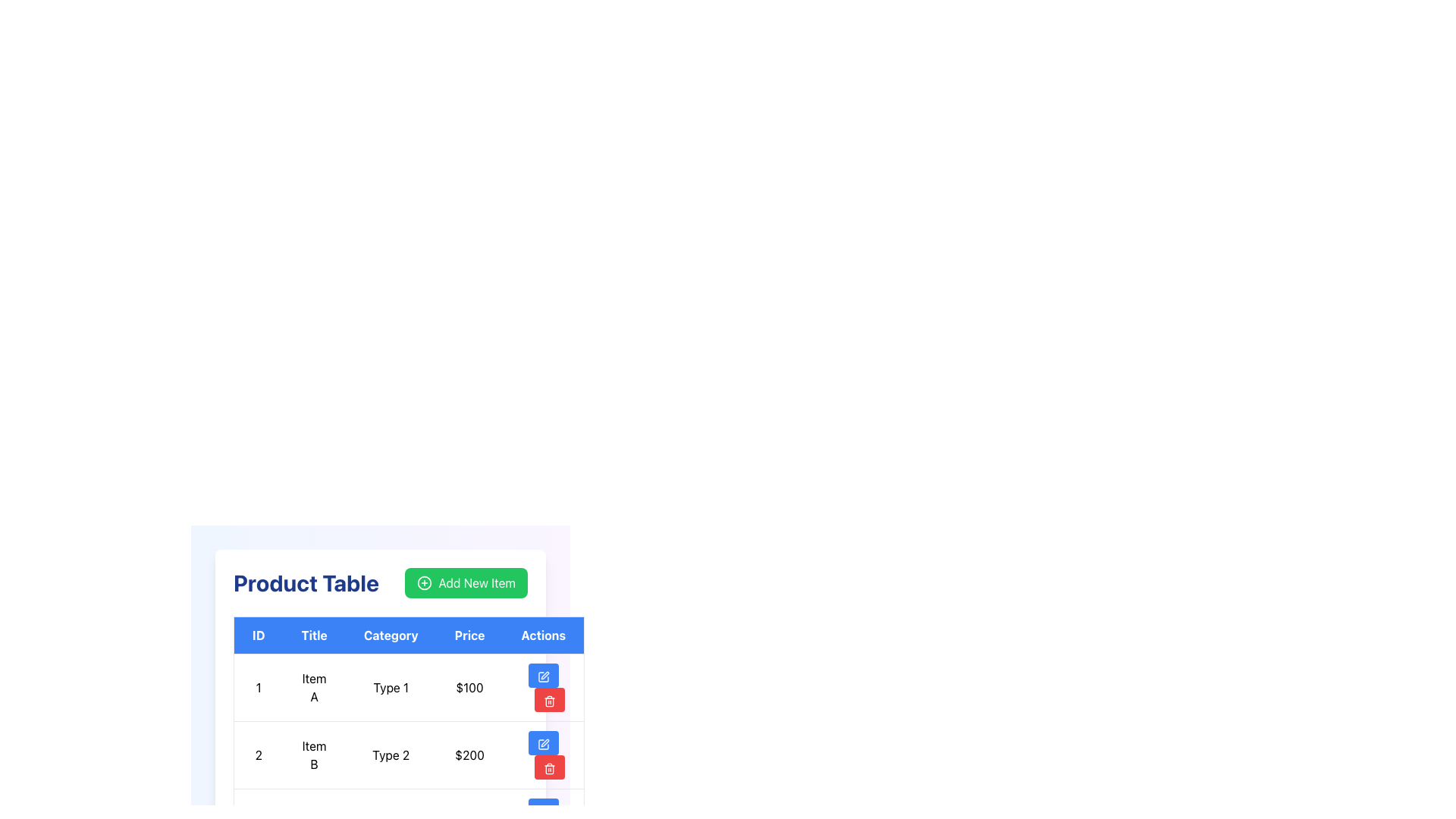 The image size is (1456, 819). What do you see at coordinates (548, 701) in the screenshot?
I see `the delete icon button for 'Item B' in the 'Product Table'` at bounding box center [548, 701].